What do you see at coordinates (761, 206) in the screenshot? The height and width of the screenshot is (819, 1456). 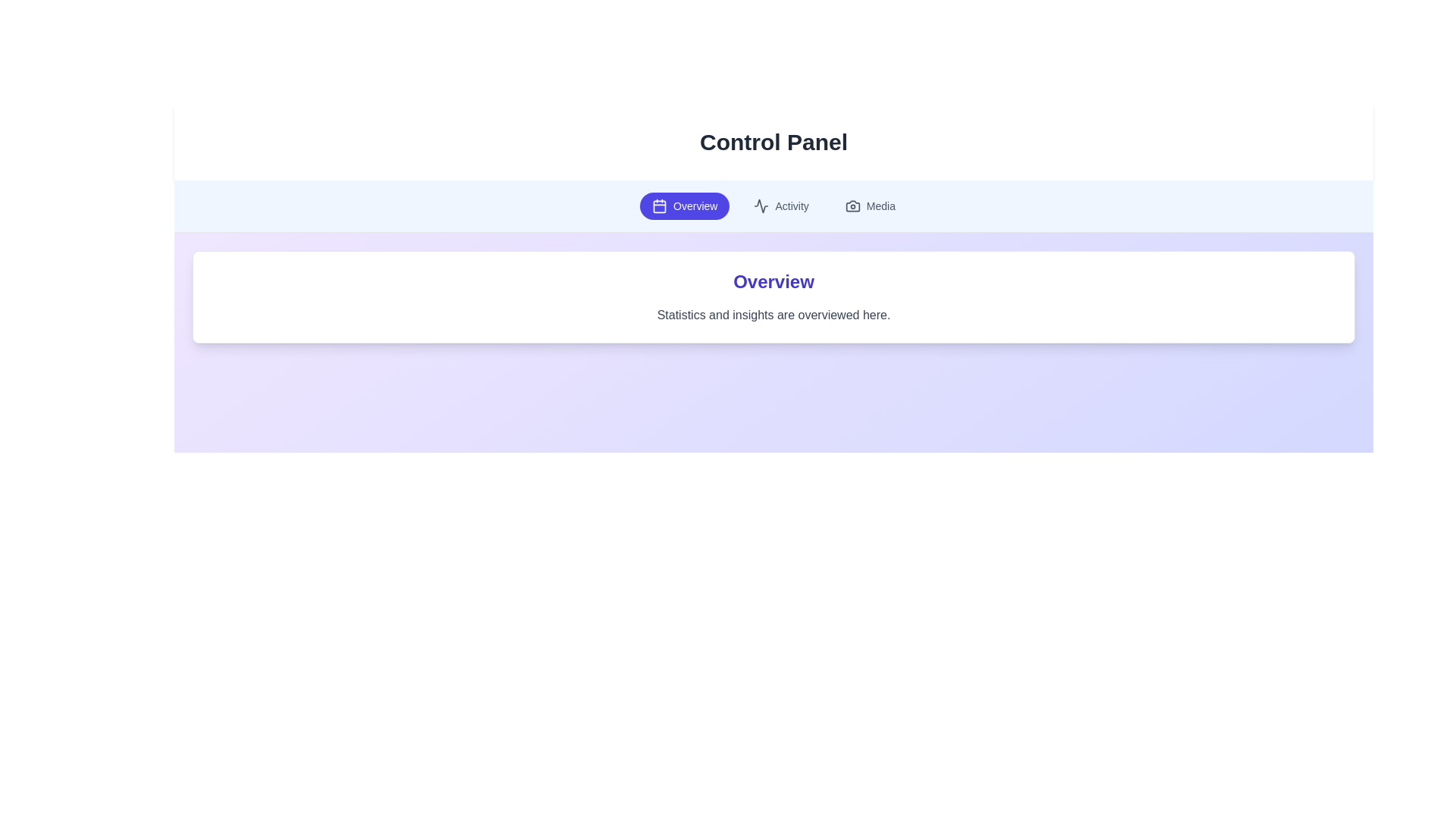 I see `the 'Activity' menu icon located in the horizontal navigation bar at the top of the interface` at bounding box center [761, 206].